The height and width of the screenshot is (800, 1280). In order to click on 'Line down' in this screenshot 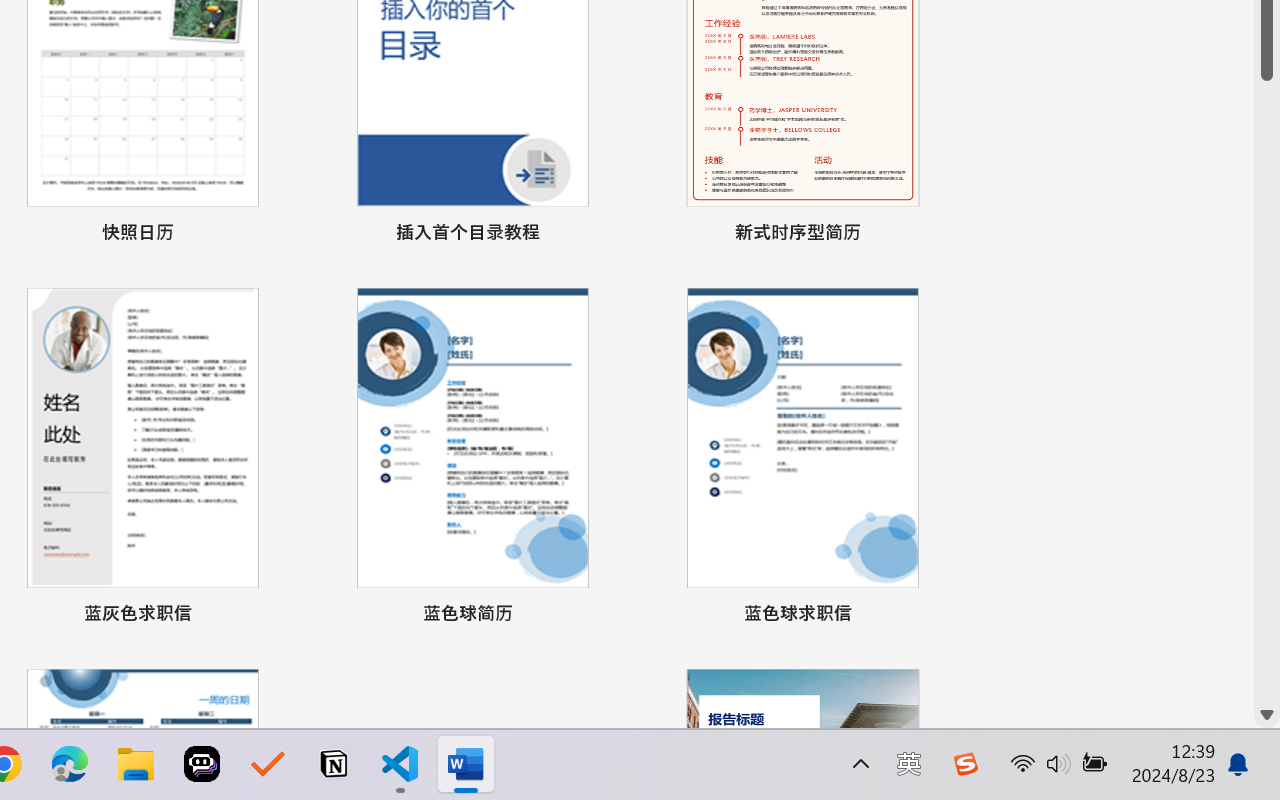, I will do `click(1266, 714)`.